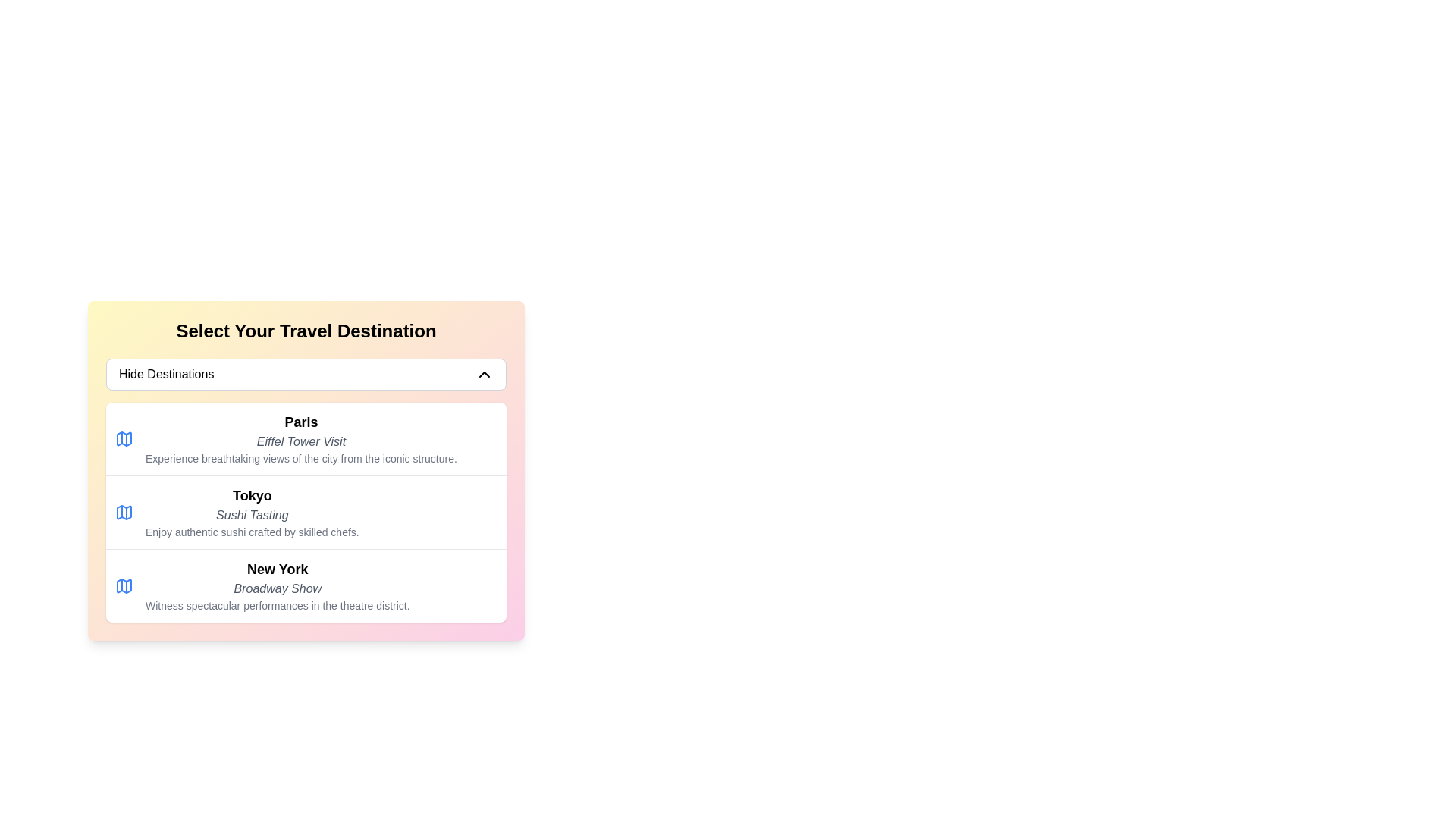 This screenshot has height=819, width=1456. What do you see at coordinates (301, 438) in the screenshot?
I see `the text block titled 'Paris', which contains the subtitle 'Eiffel Tower Visit' and a description about the views from the iconic structure` at bounding box center [301, 438].